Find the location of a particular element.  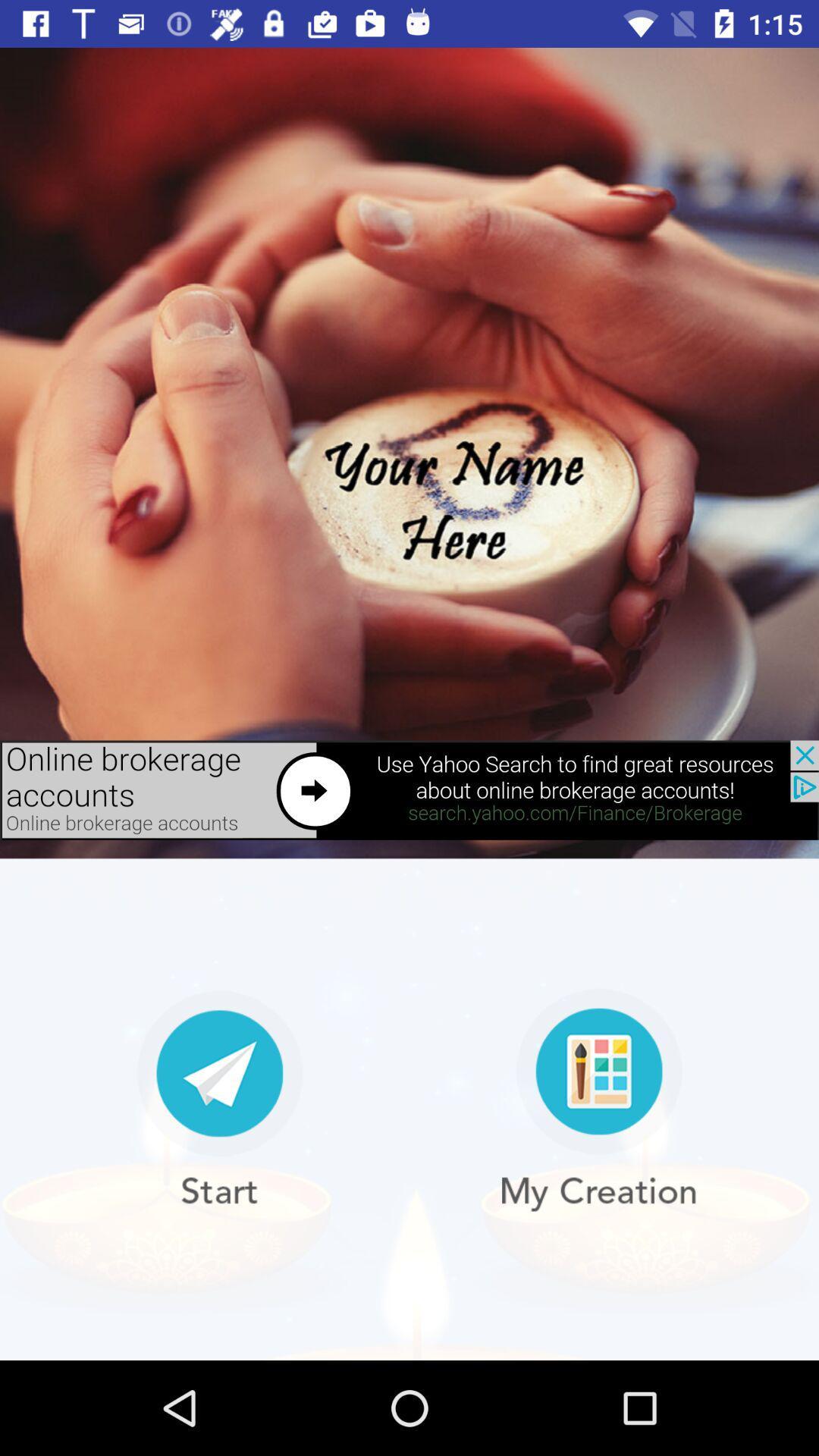

advertisement banner is located at coordinates (409, 789).